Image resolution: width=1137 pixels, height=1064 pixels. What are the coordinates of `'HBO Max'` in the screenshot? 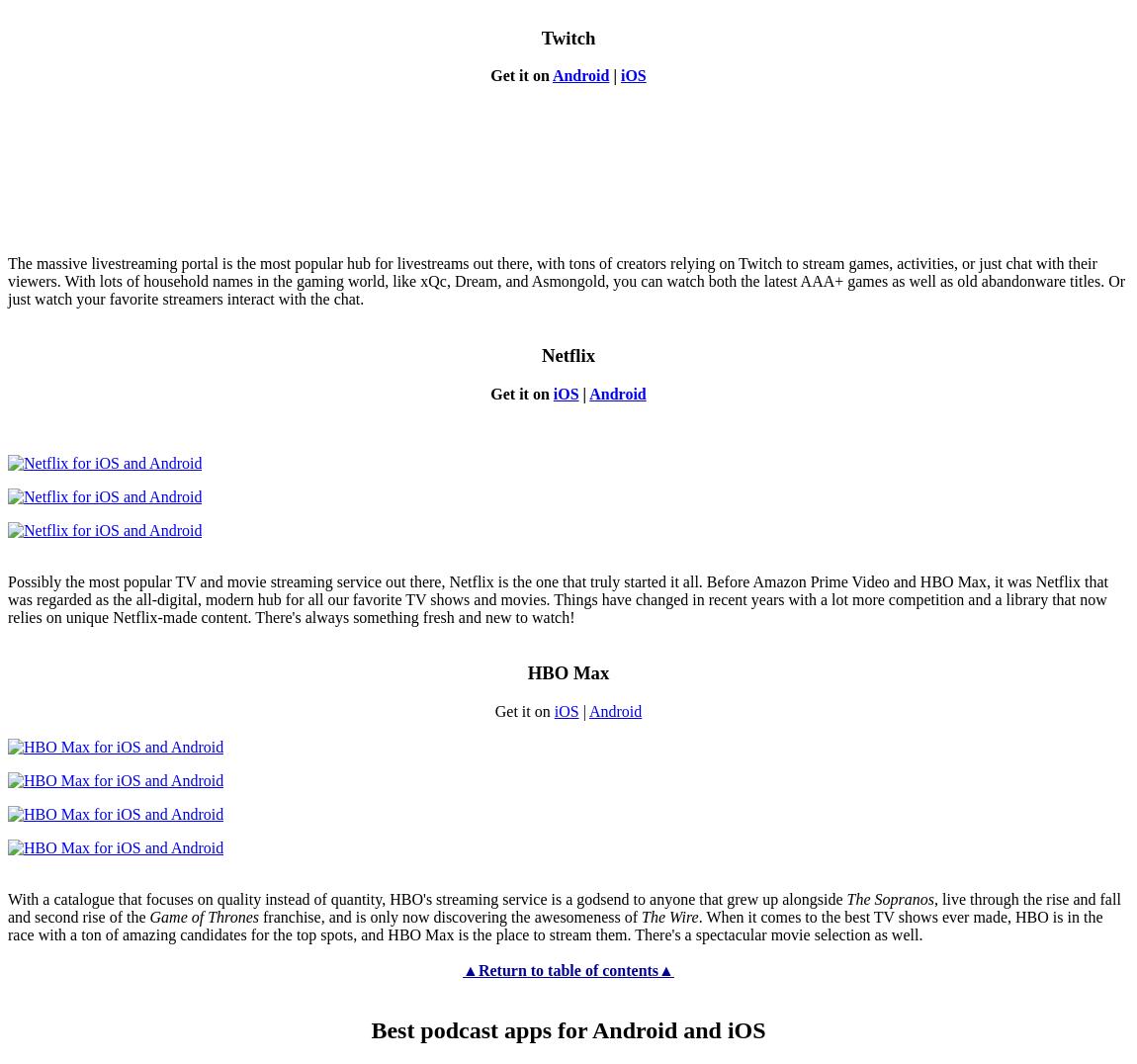 It's located at (527, 672).